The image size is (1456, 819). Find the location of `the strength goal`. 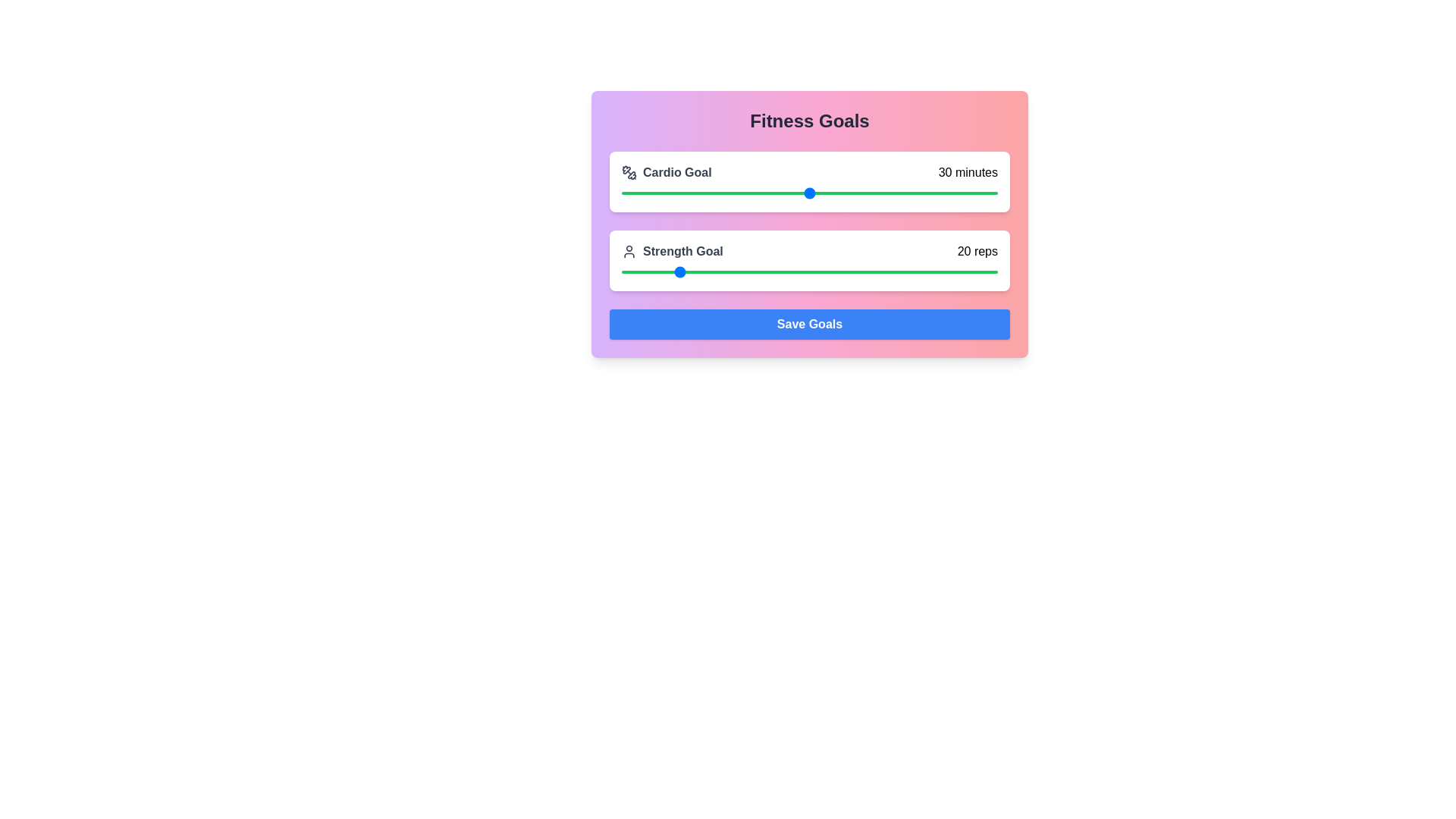

the strength goal is located at coordinates (814, 271).